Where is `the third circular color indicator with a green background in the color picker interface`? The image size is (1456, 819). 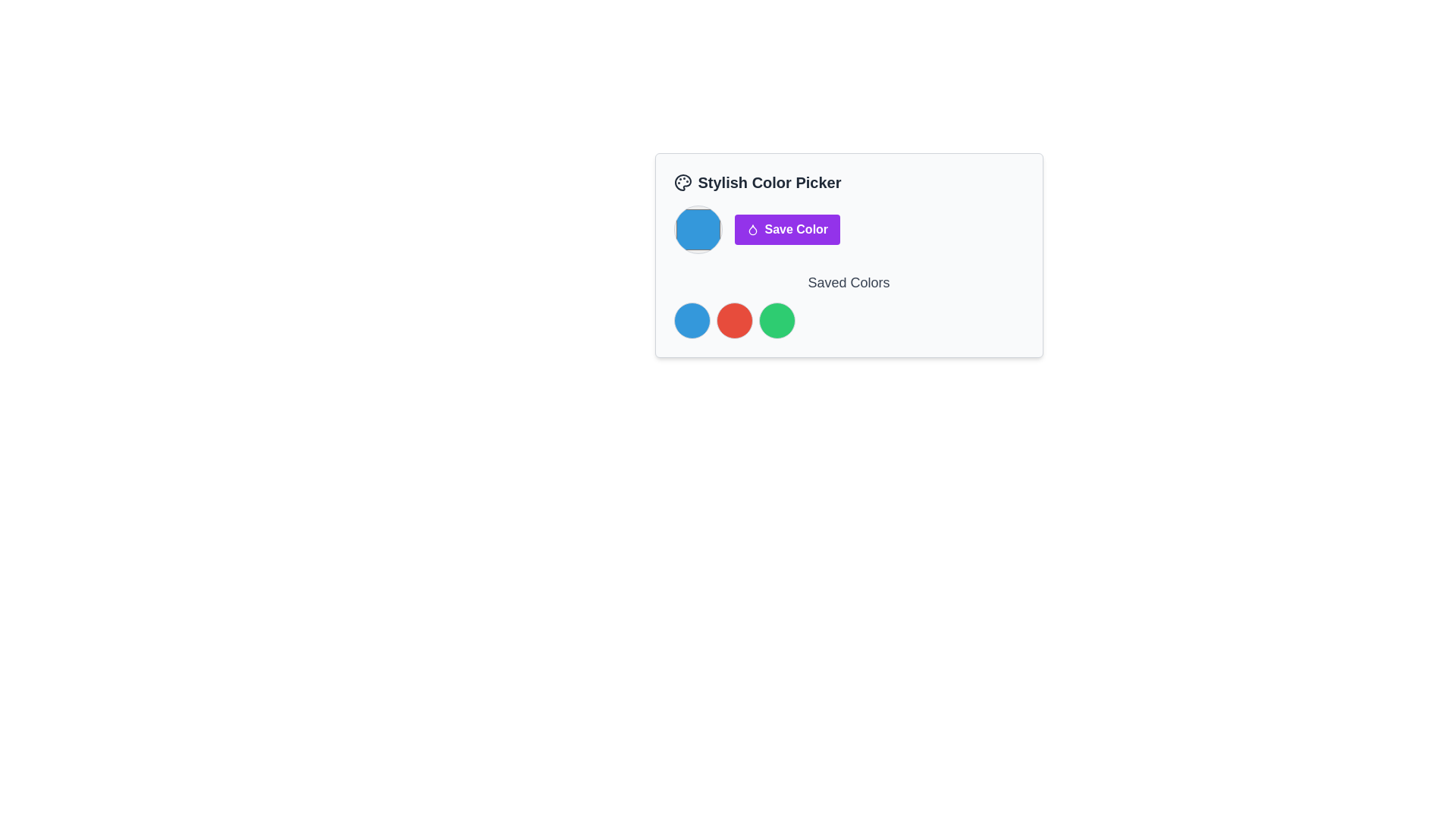 the third circular color indicator with a green background in the color picker interface is located at coordinates (777, 320).